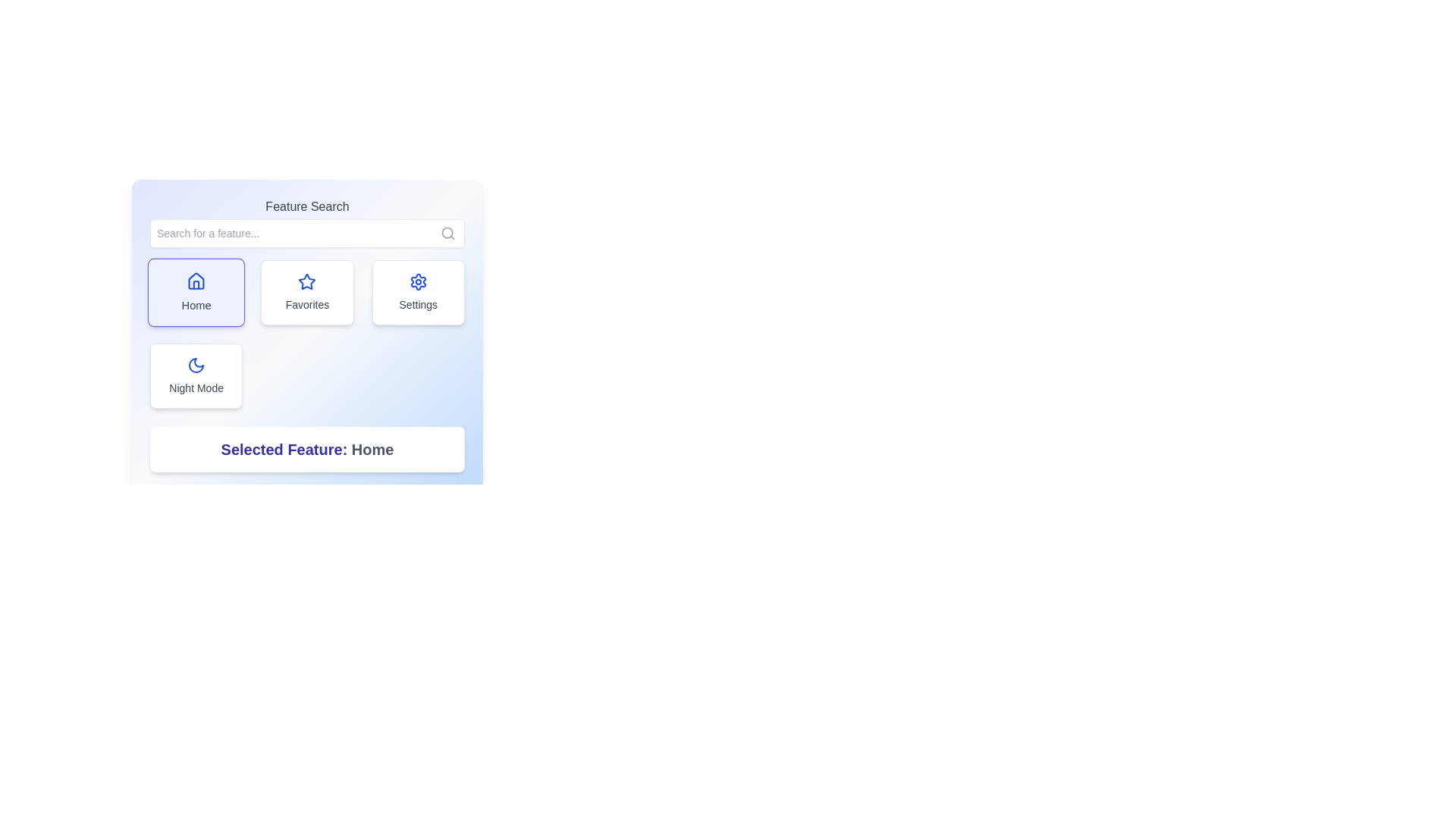 The width and height of the screenshot is (1456, 819). I want to click on the 'Night Mode' icon located at the top-left corner of the card, so click(196, 366).